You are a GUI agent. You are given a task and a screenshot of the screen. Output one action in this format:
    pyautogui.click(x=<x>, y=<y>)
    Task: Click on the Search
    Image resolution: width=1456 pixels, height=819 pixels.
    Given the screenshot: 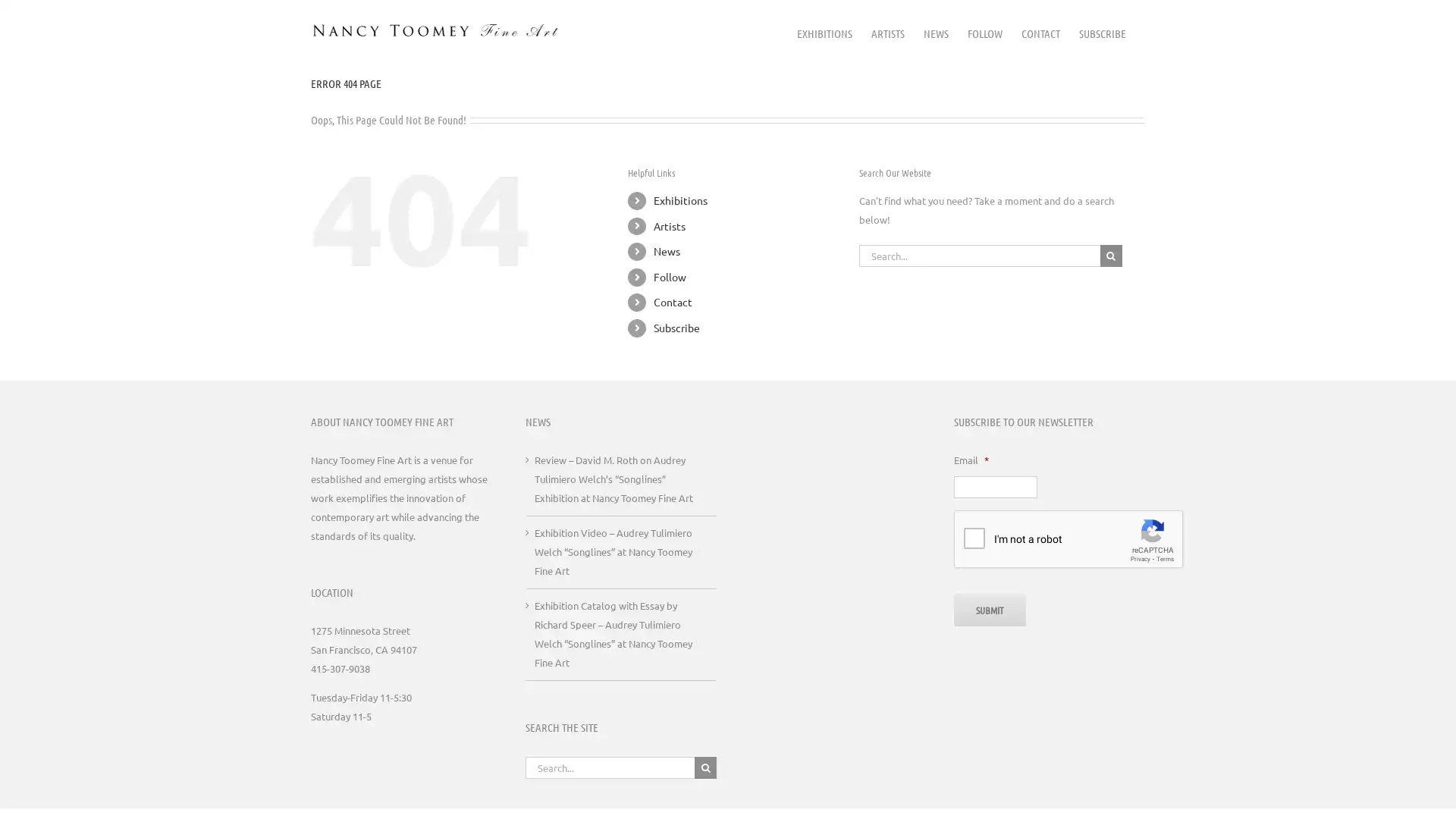 What is the action you would take?
    pyautogui.click(x=1110, y=254)
    